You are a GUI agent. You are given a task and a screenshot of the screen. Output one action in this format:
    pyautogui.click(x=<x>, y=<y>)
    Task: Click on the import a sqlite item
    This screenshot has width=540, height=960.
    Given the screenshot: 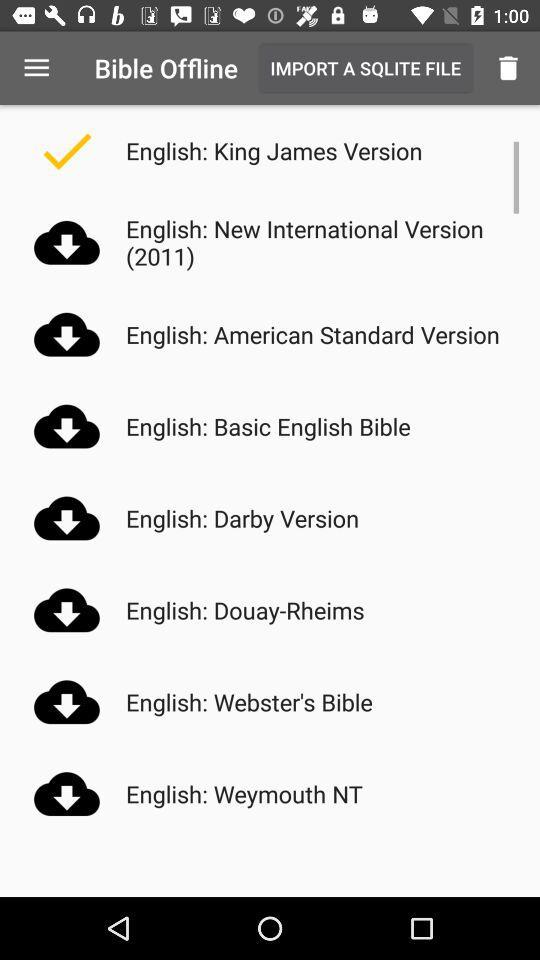 What is the action you would take?
    pyautogui.click(x=364, y=68)
    